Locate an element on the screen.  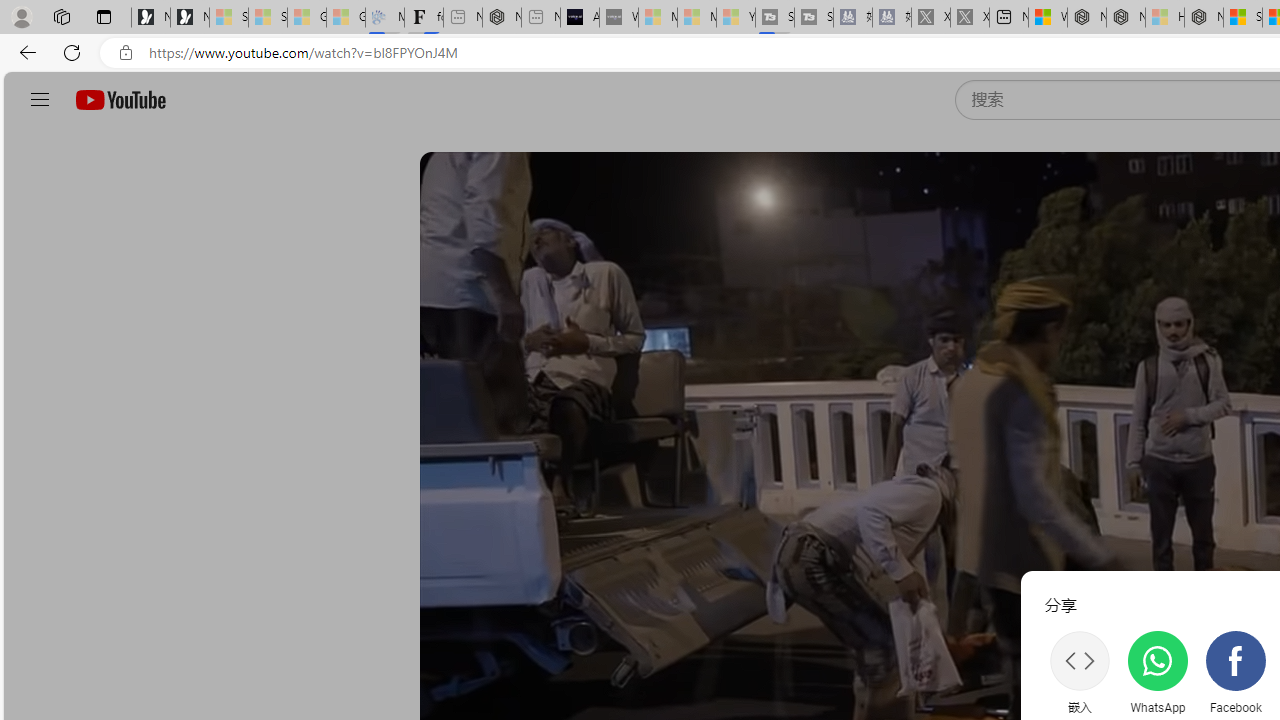
'WhatsApp' is located at coordinates (1157, 672).